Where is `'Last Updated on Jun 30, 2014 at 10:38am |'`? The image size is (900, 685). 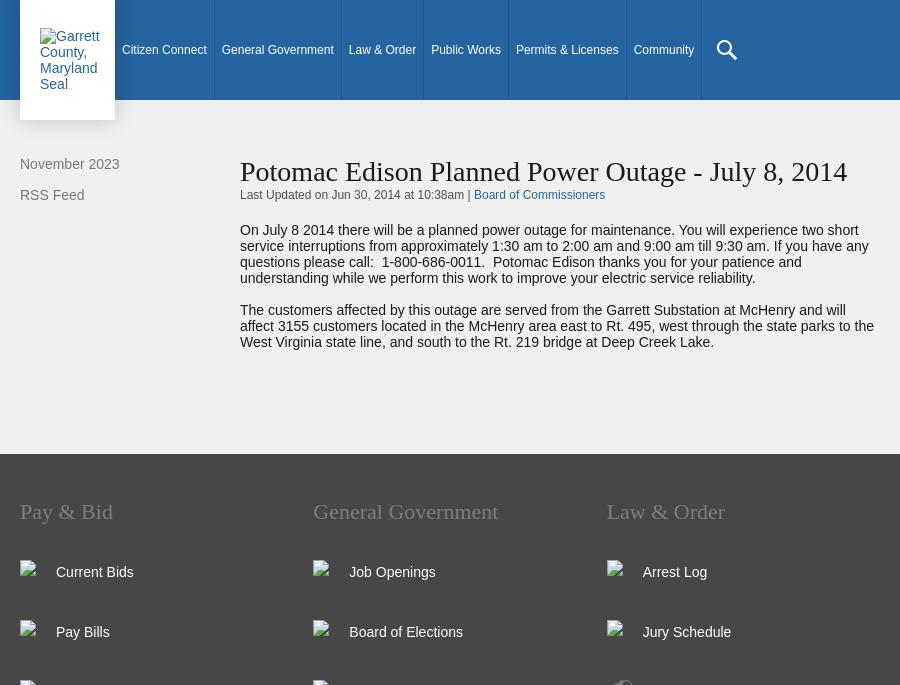
'Last Updated on Jun 30, 2014 at 10:38am |' is located at coordinates (356, 195).